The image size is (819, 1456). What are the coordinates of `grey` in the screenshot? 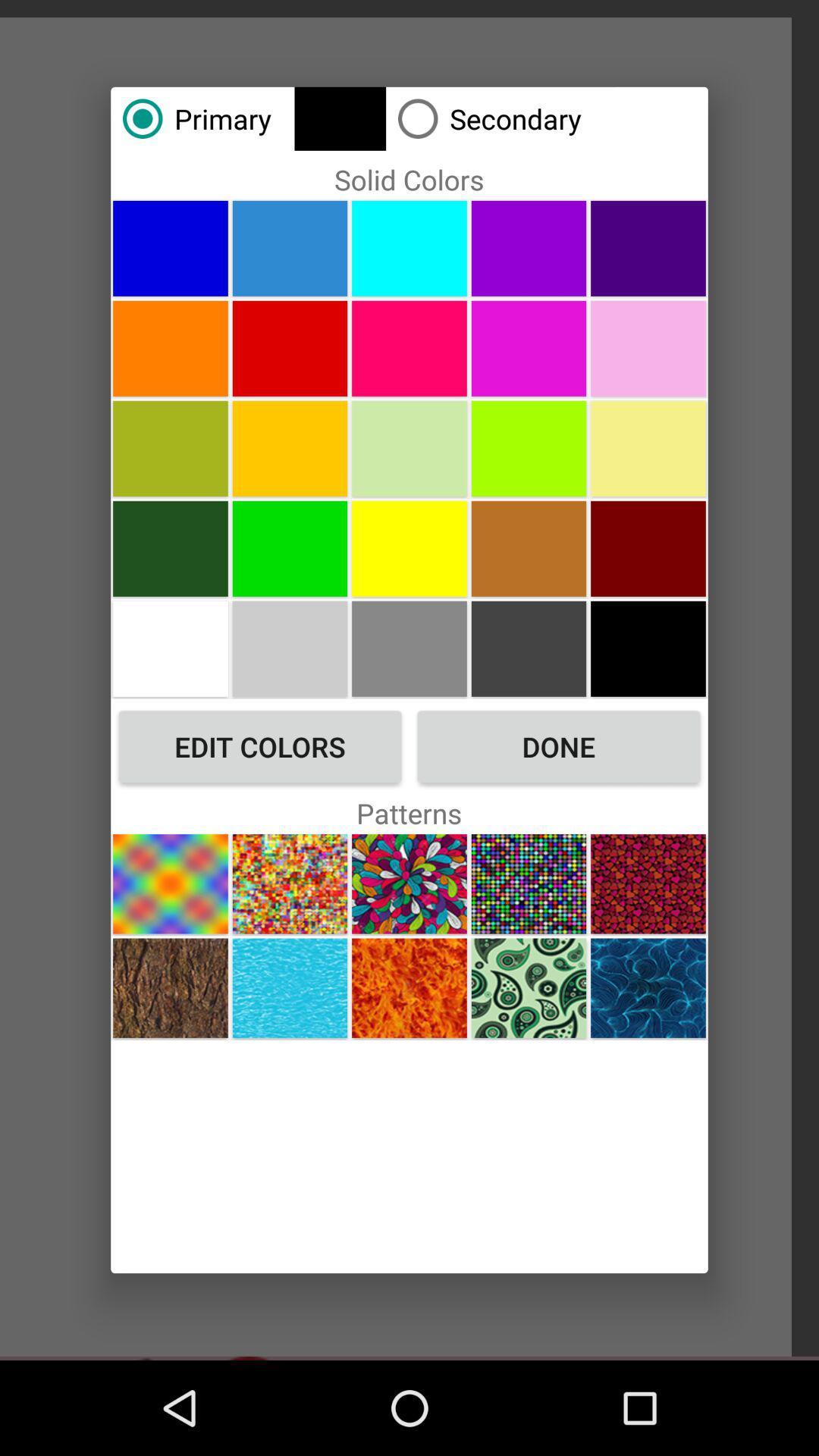 It's located at (409, 648).